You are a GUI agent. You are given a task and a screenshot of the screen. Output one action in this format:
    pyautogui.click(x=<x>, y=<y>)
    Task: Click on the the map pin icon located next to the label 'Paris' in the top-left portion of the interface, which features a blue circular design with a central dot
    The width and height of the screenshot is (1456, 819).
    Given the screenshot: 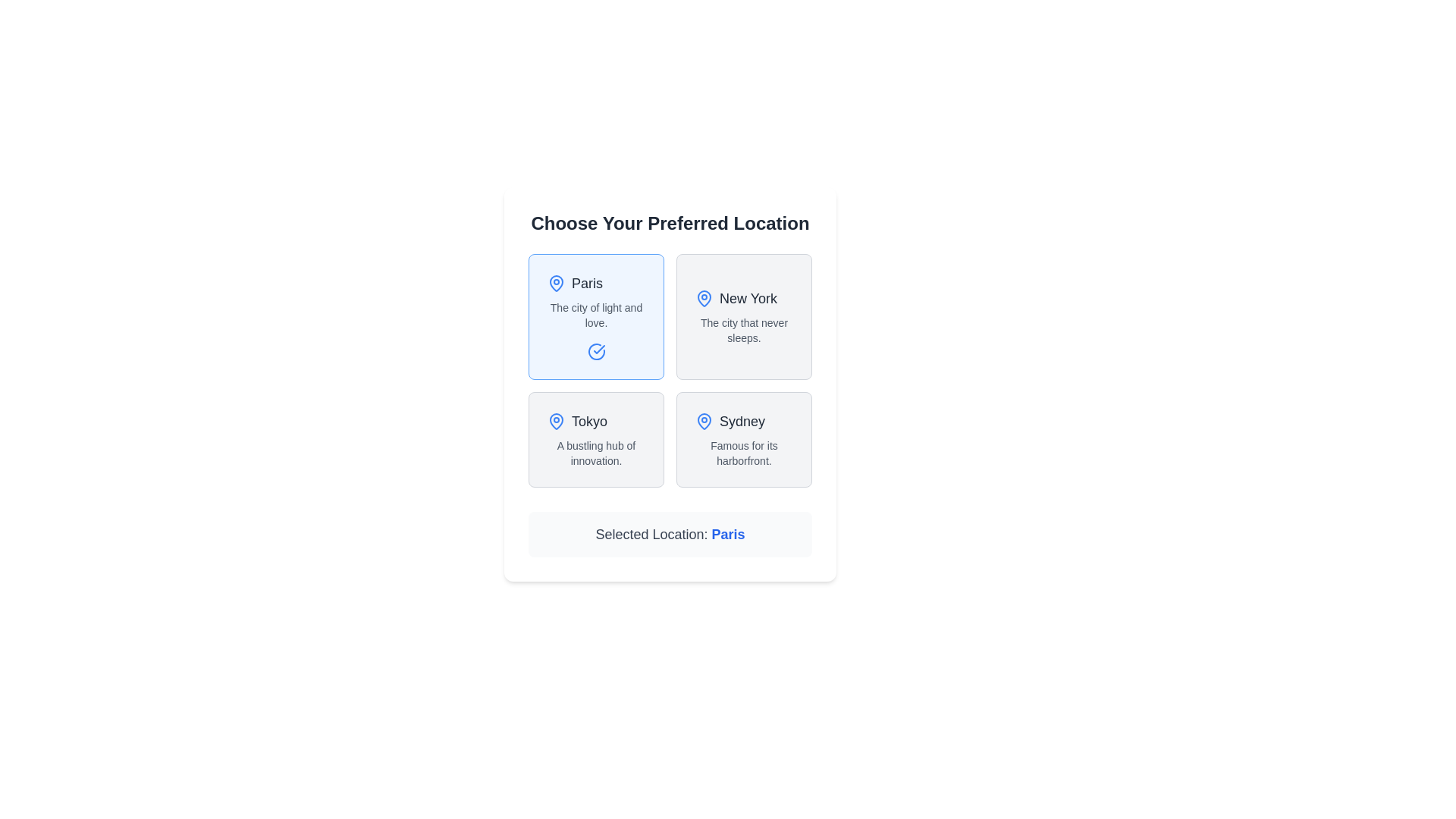 What is the action you would take?
    pyautogui.click(x=556, y=284)
    